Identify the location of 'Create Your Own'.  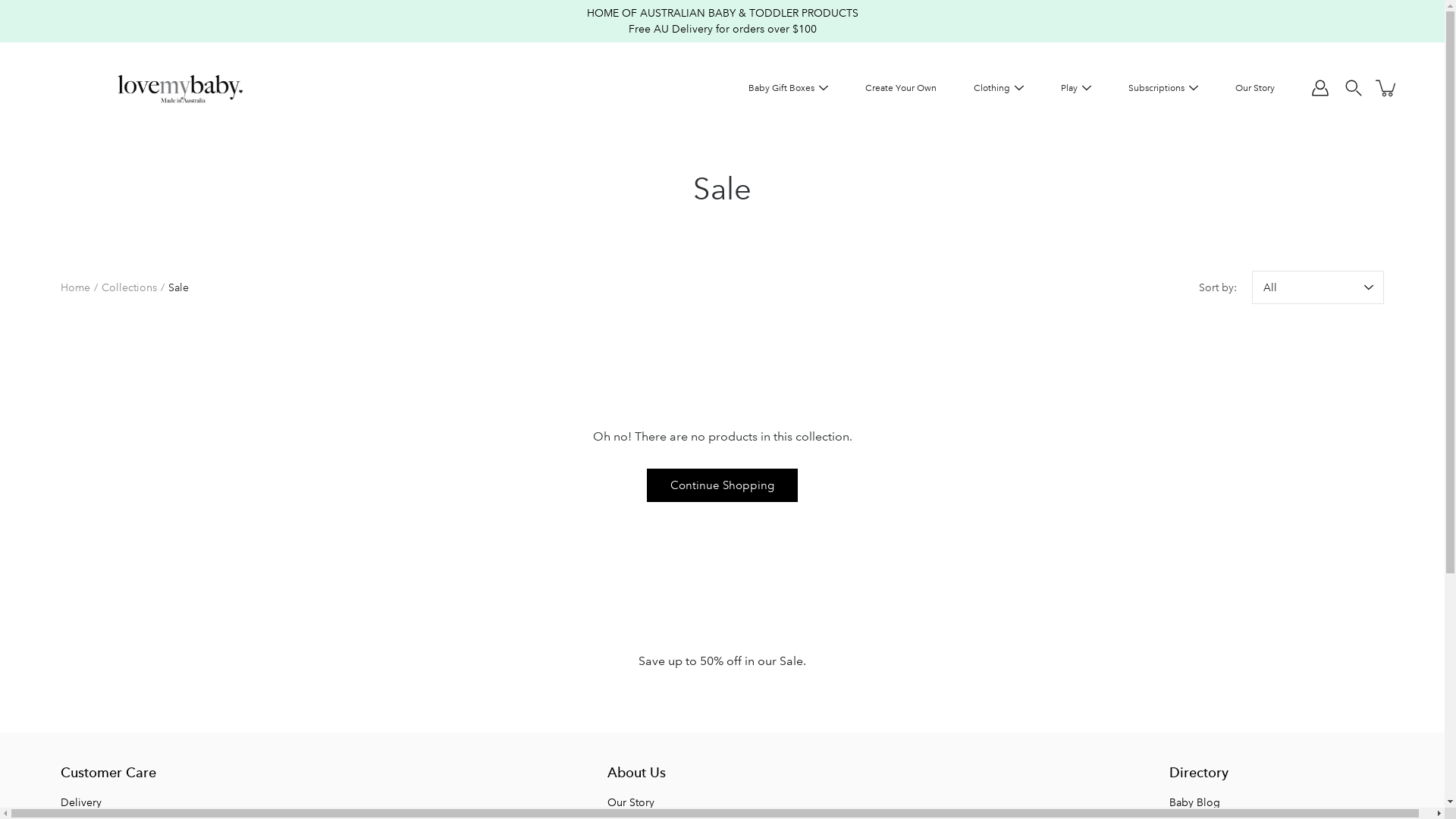
(900, 88).